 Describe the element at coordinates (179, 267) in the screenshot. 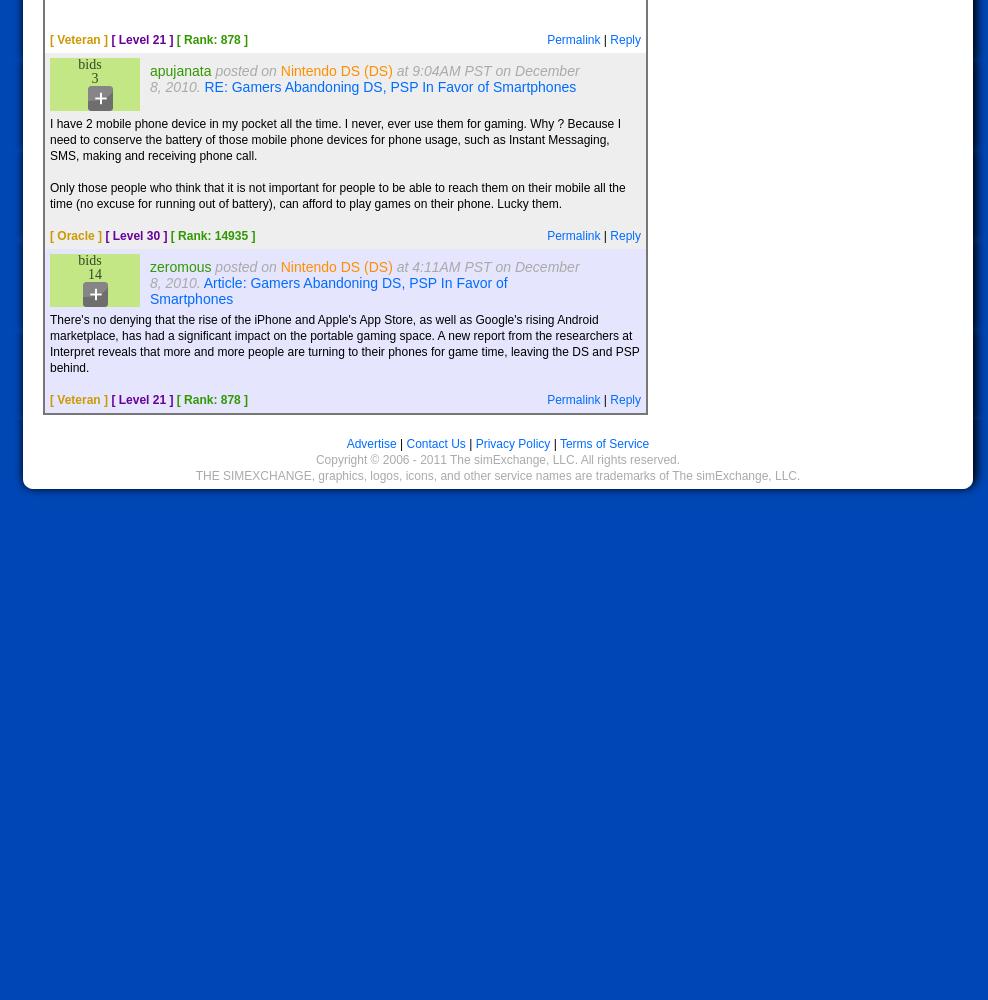

I see `'zeromous'` at that location.